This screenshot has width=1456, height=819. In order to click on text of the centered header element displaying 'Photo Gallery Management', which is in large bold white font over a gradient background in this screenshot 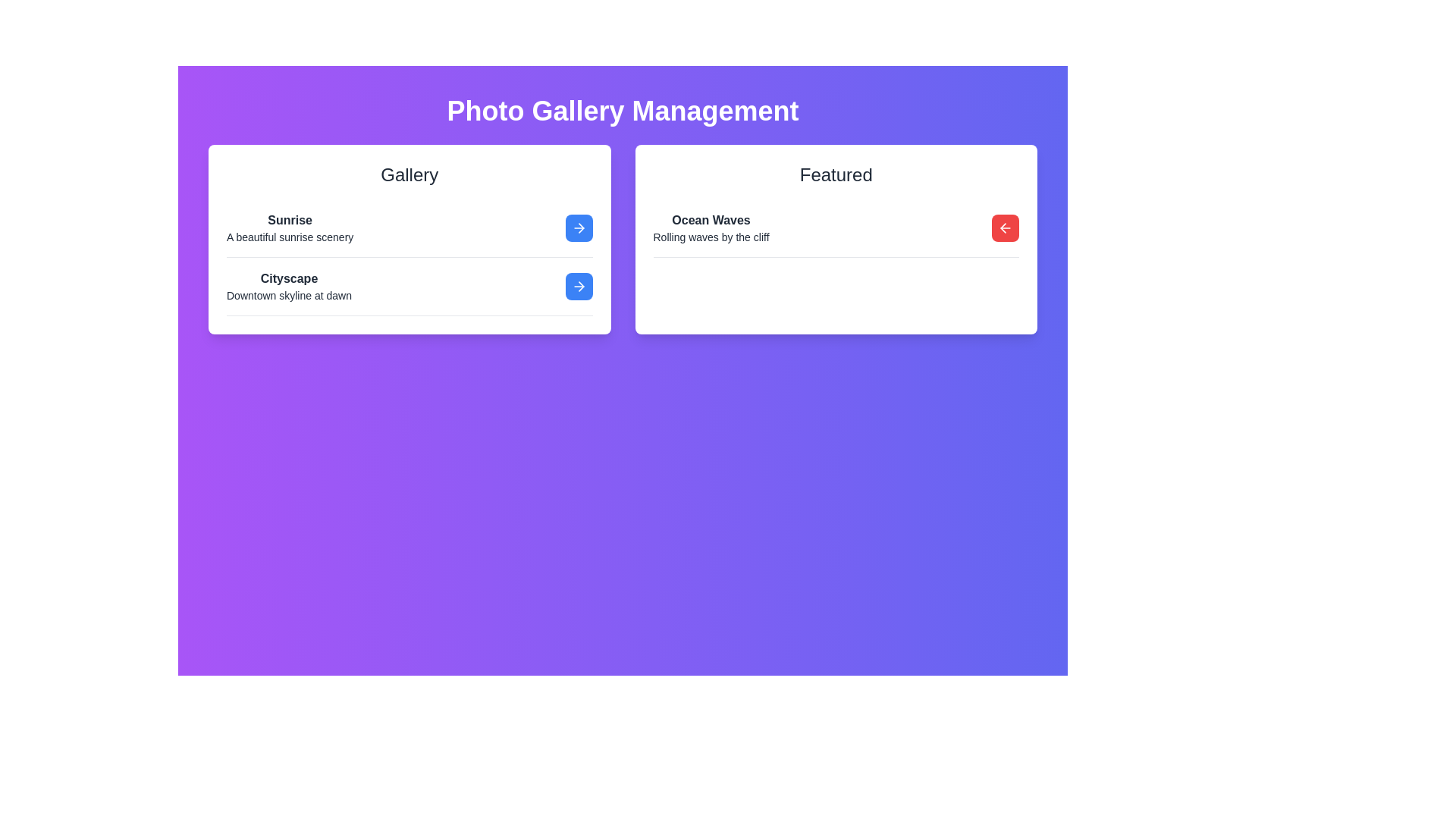, I will do `click(623, 110)`.